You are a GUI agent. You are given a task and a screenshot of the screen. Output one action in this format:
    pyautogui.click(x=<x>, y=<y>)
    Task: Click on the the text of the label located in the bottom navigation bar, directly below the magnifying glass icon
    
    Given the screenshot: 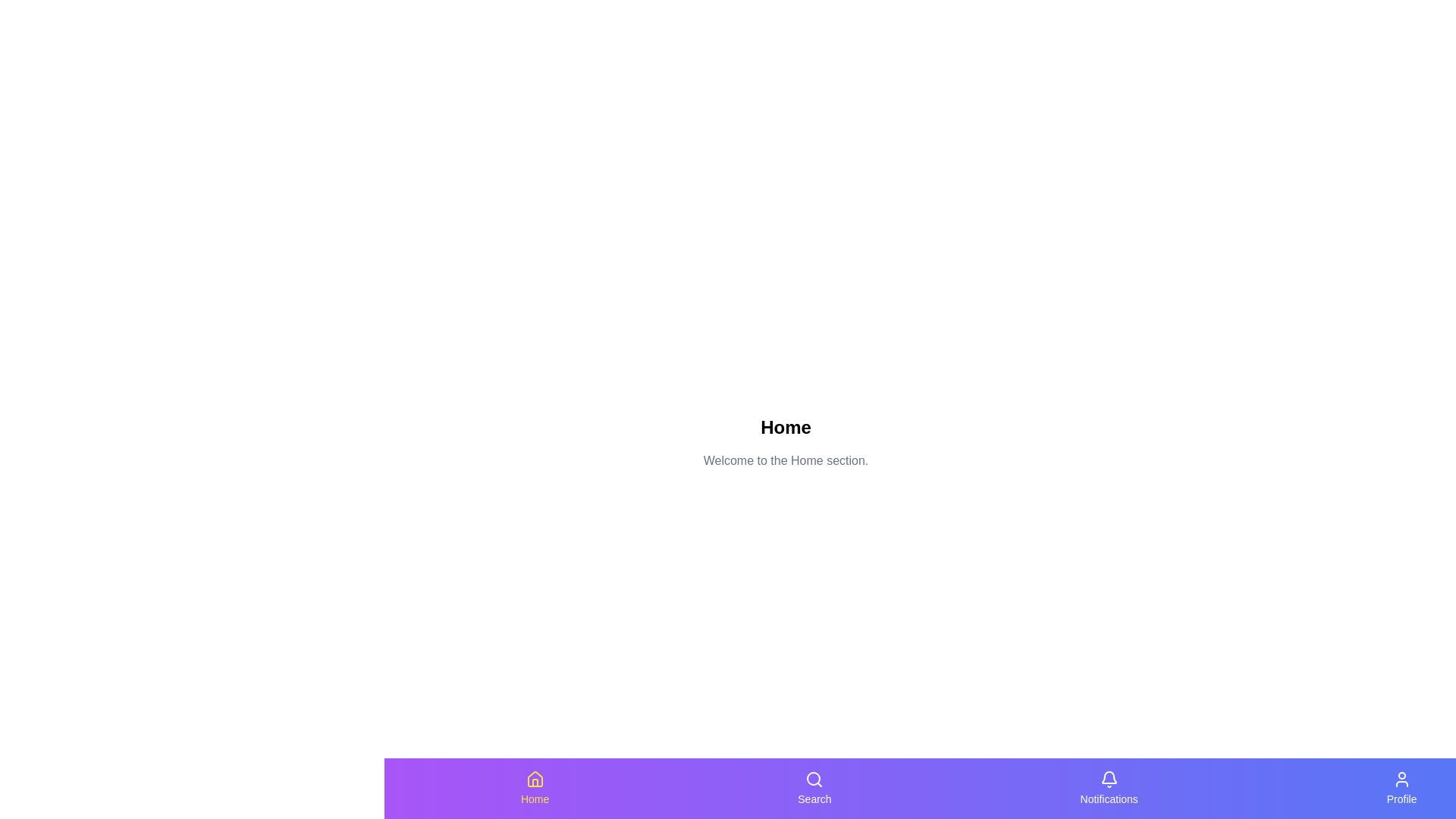 What is the action you would take?
    pyautogui.click(x=814, y=798)
    